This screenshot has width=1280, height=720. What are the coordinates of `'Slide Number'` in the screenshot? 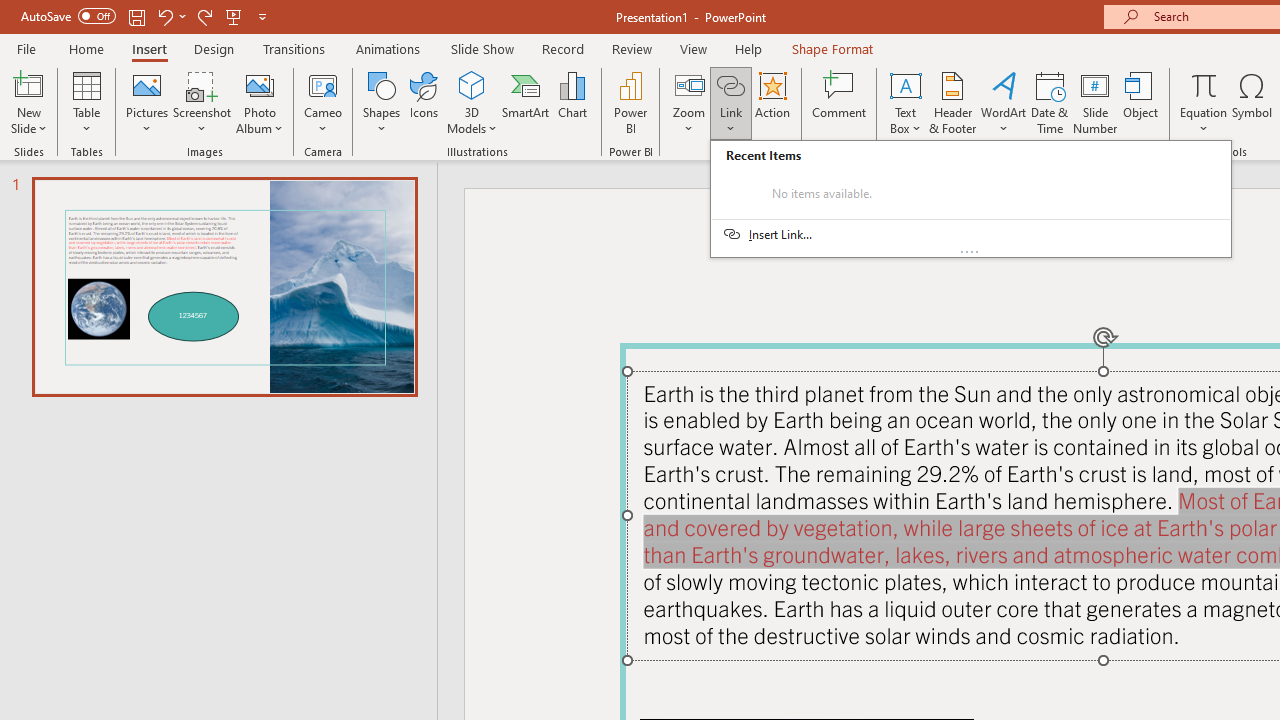 It's located at (1094, 103).